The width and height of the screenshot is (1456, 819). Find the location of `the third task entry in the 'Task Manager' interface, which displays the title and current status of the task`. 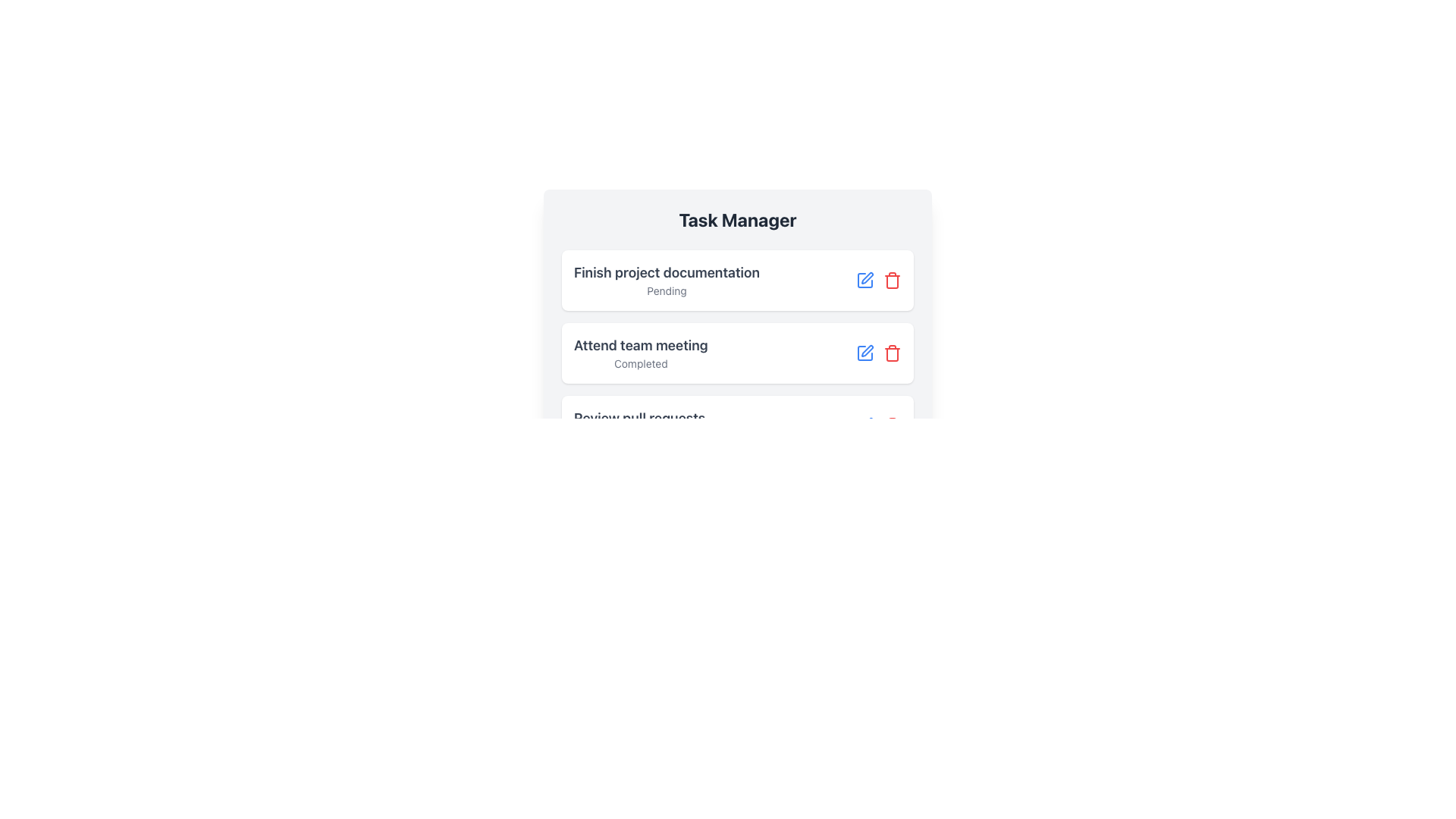

the third task entry in the 'Task Manager' interface, which displays the title and current status of the task is located at coordinates (639, 426).